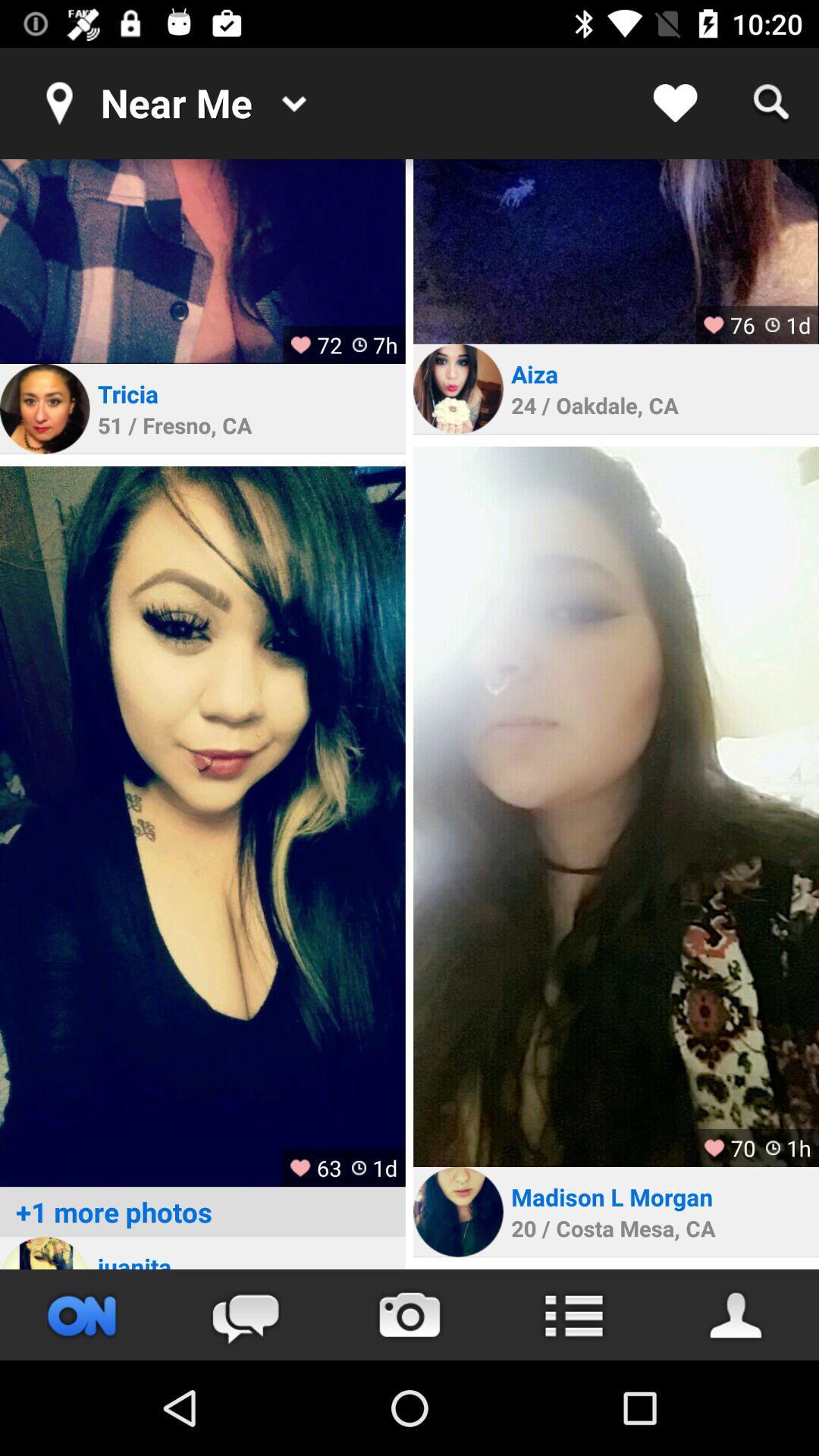  What do you see at coordinates (736, 1314) in the screenshot?
I see `contact` at bounding box center [736, 1314].